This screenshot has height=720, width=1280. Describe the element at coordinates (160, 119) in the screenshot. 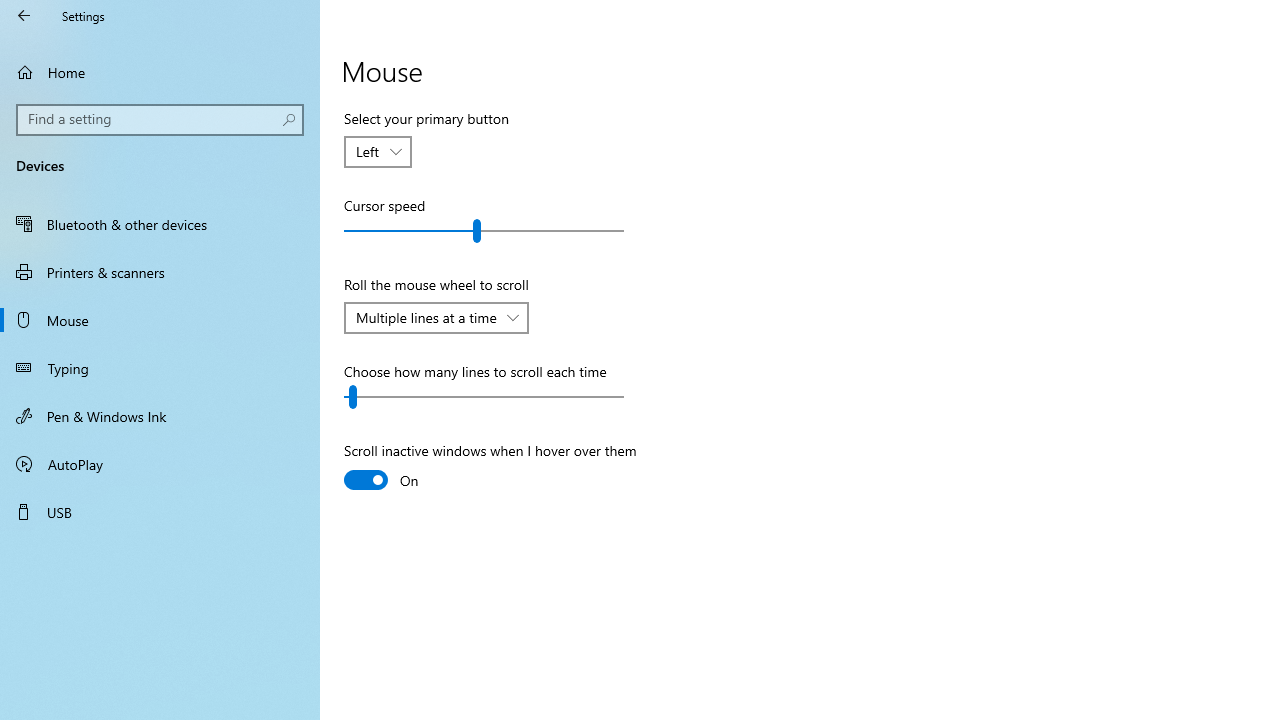

I see `'Search box, Find a setting'` at that location.